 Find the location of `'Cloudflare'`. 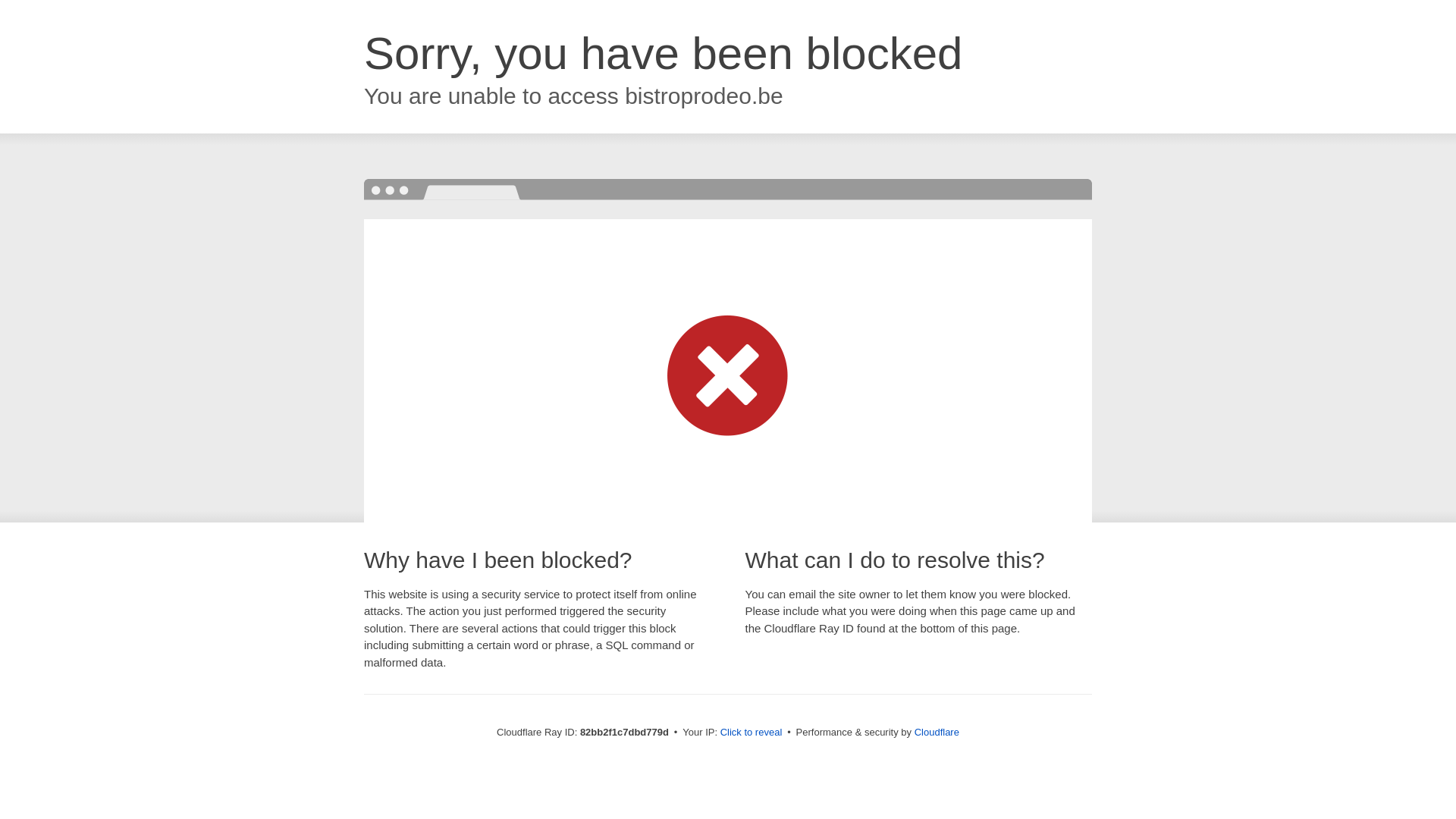

'Cloudflare' is located at coordinates (936, 731).